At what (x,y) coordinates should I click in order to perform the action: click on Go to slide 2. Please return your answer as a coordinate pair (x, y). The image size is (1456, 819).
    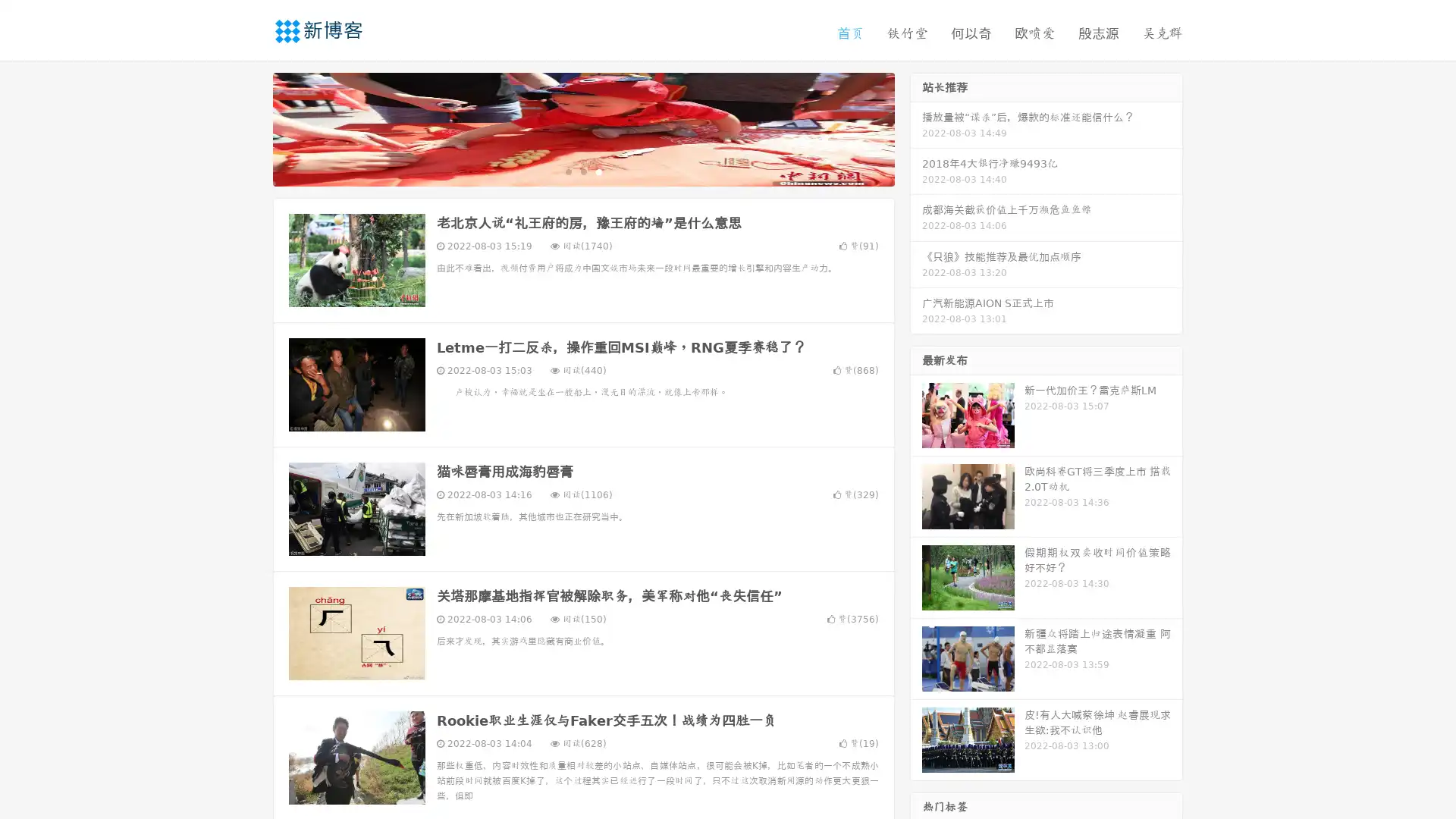
    Looking at the image, I should click on (582, 171).